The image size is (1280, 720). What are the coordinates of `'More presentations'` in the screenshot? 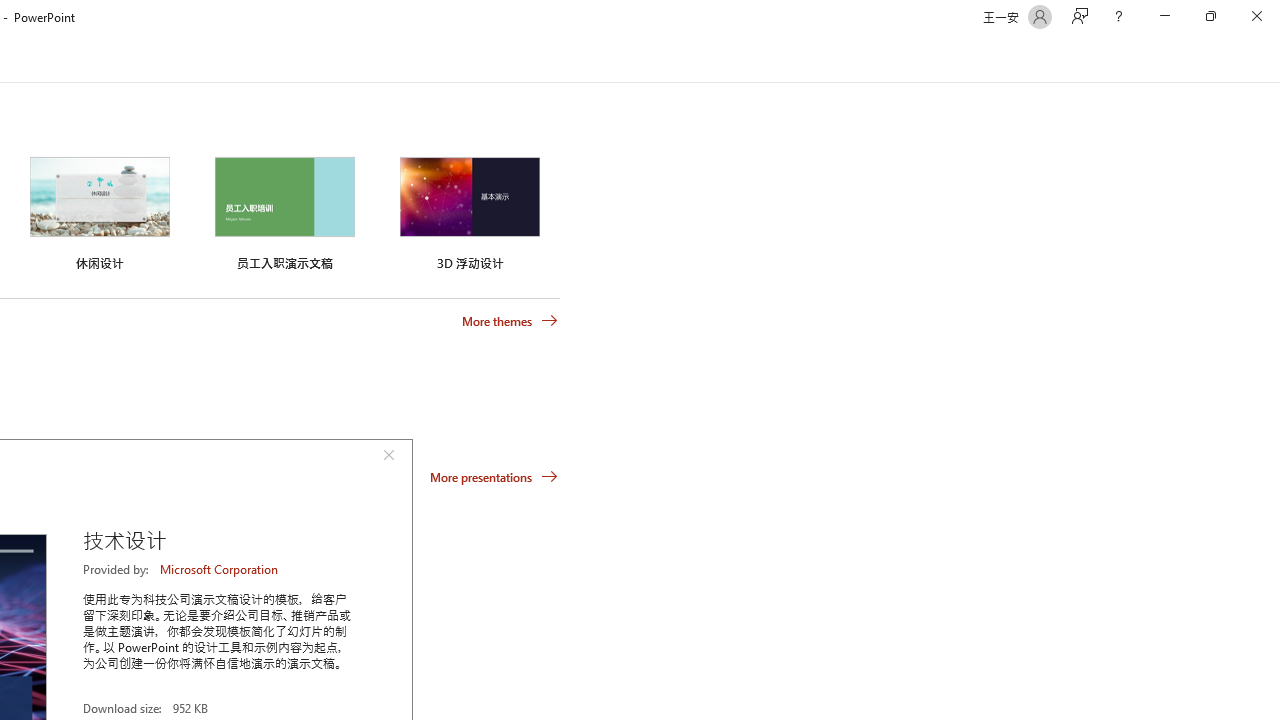 It's located at (494, 477).